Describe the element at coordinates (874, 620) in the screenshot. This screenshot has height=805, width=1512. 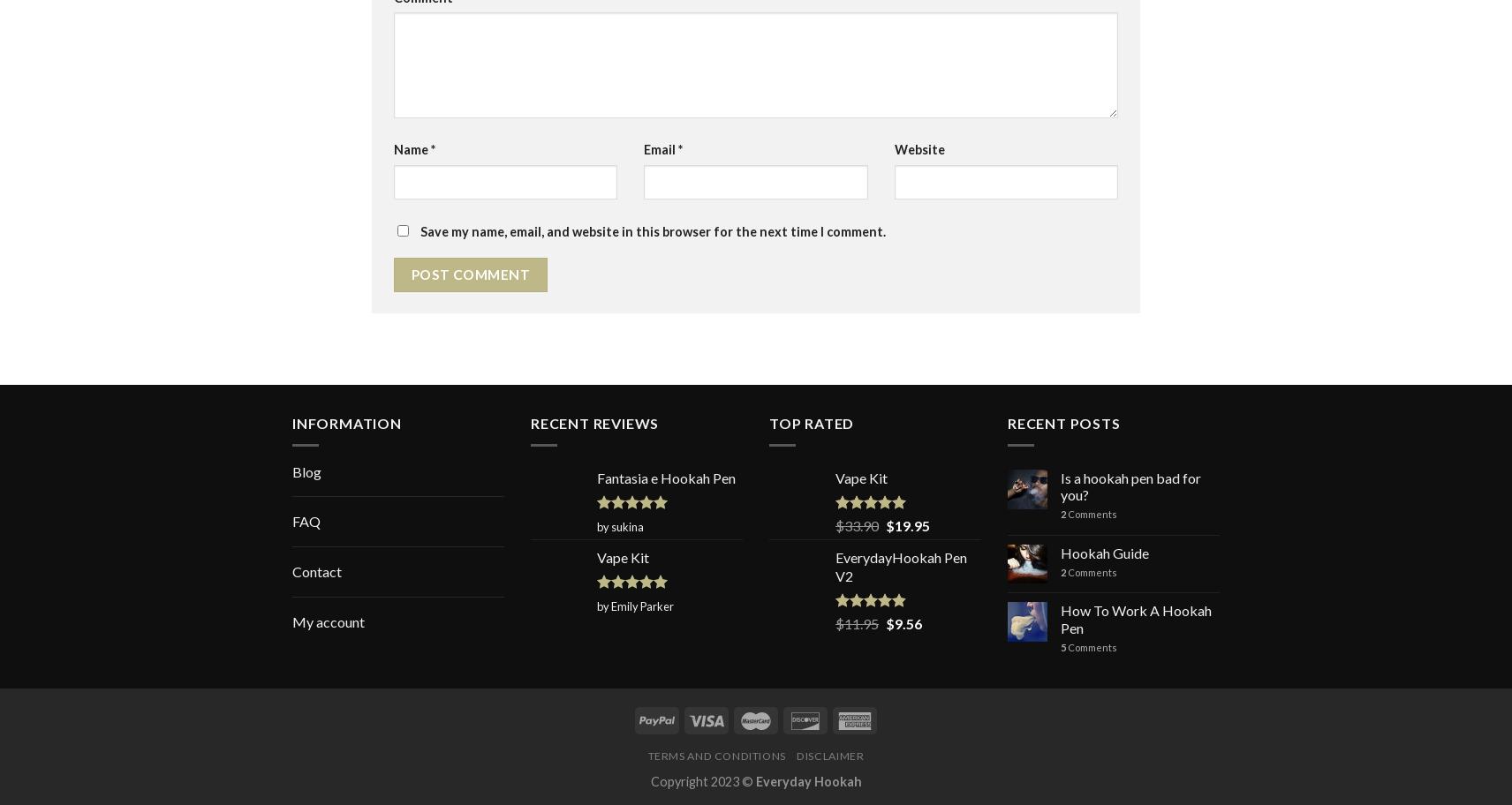
I see `'4.83'` at that location.